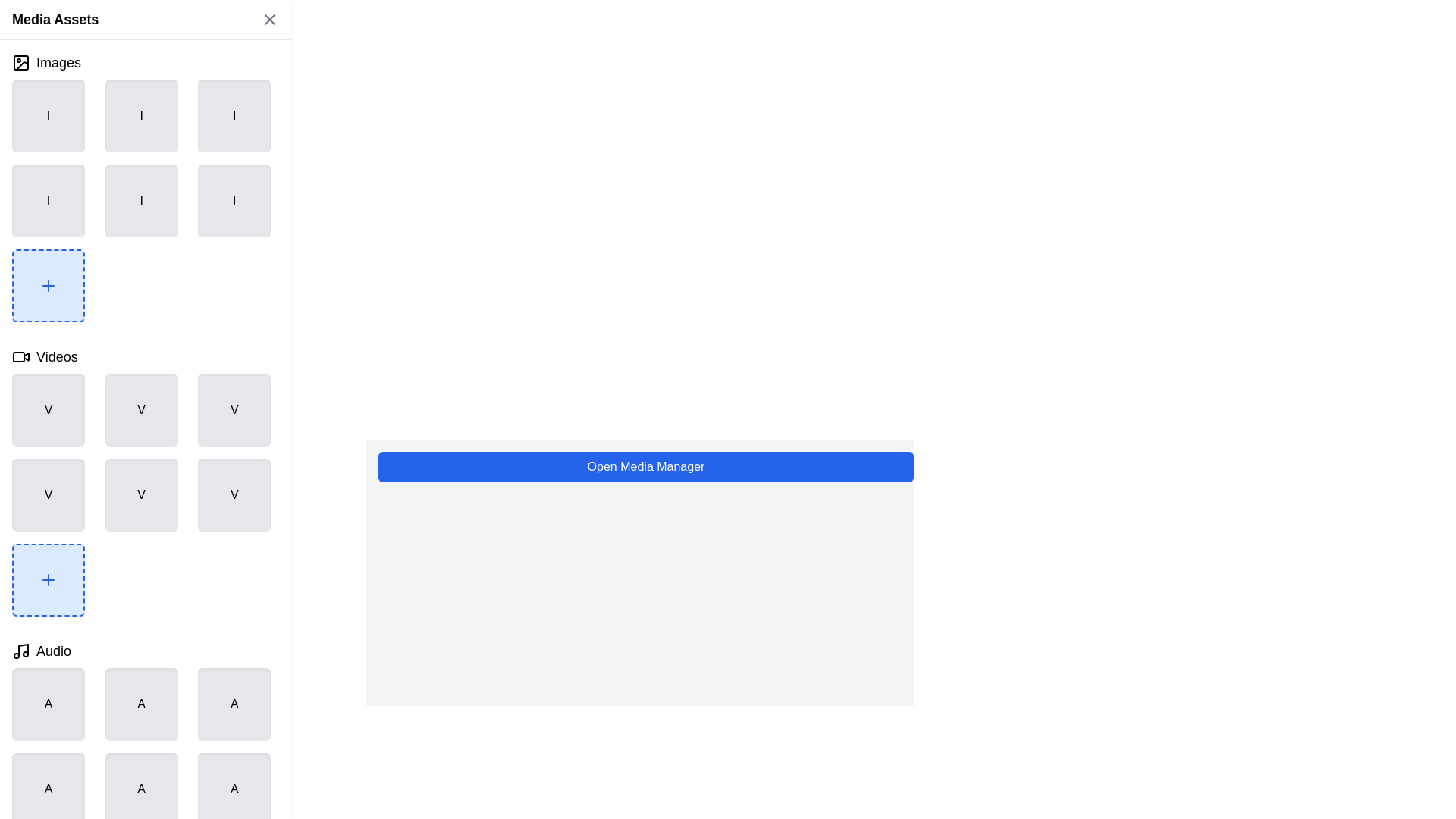 The height and width of the screenshot is (819, 1456). What do you see at coordinates (234, 200) in the screenshot?
I see `the content of the visual placeholder located in the third column of the second row within the 'Images' section of the sidebar` at bounding box center [234, 200].